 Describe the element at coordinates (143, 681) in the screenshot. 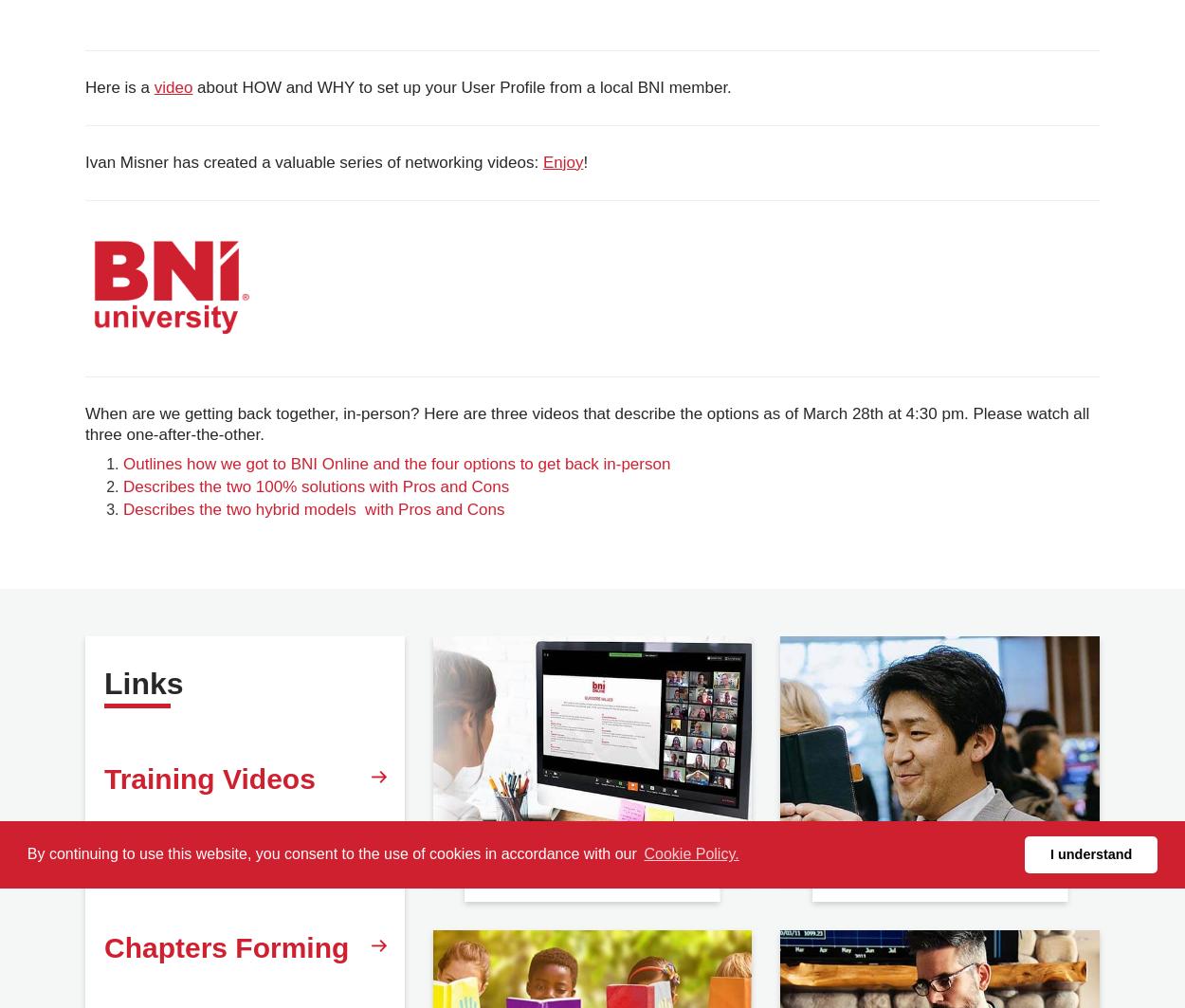

I see `'Links'` at that location.